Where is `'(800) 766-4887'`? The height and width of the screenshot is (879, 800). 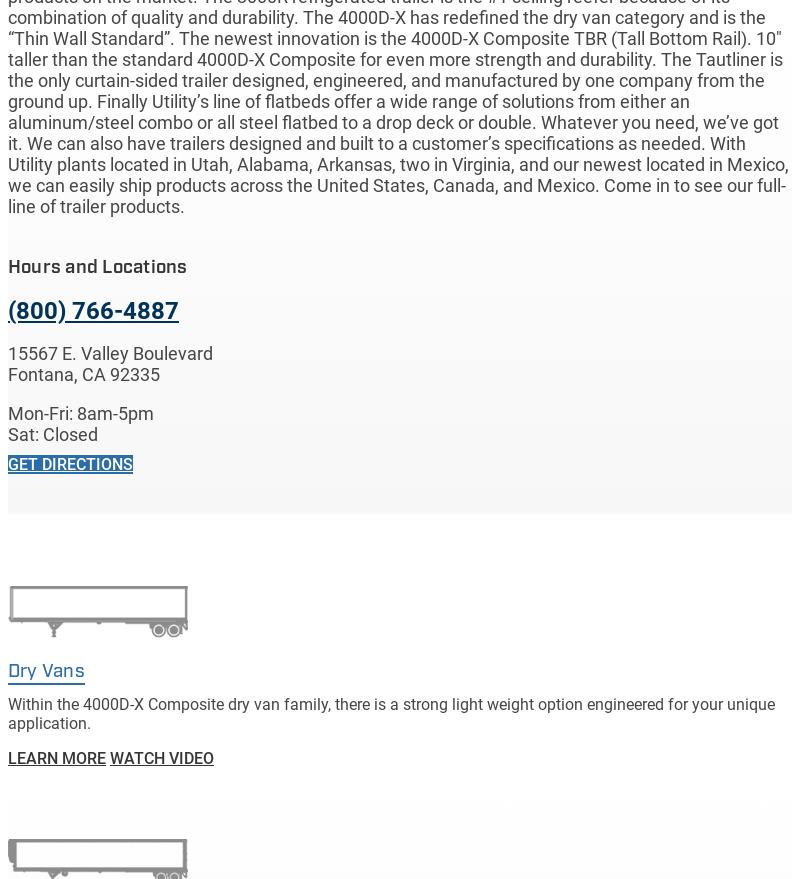 '(800) 766-4887' is located at coordinates (93, 310).